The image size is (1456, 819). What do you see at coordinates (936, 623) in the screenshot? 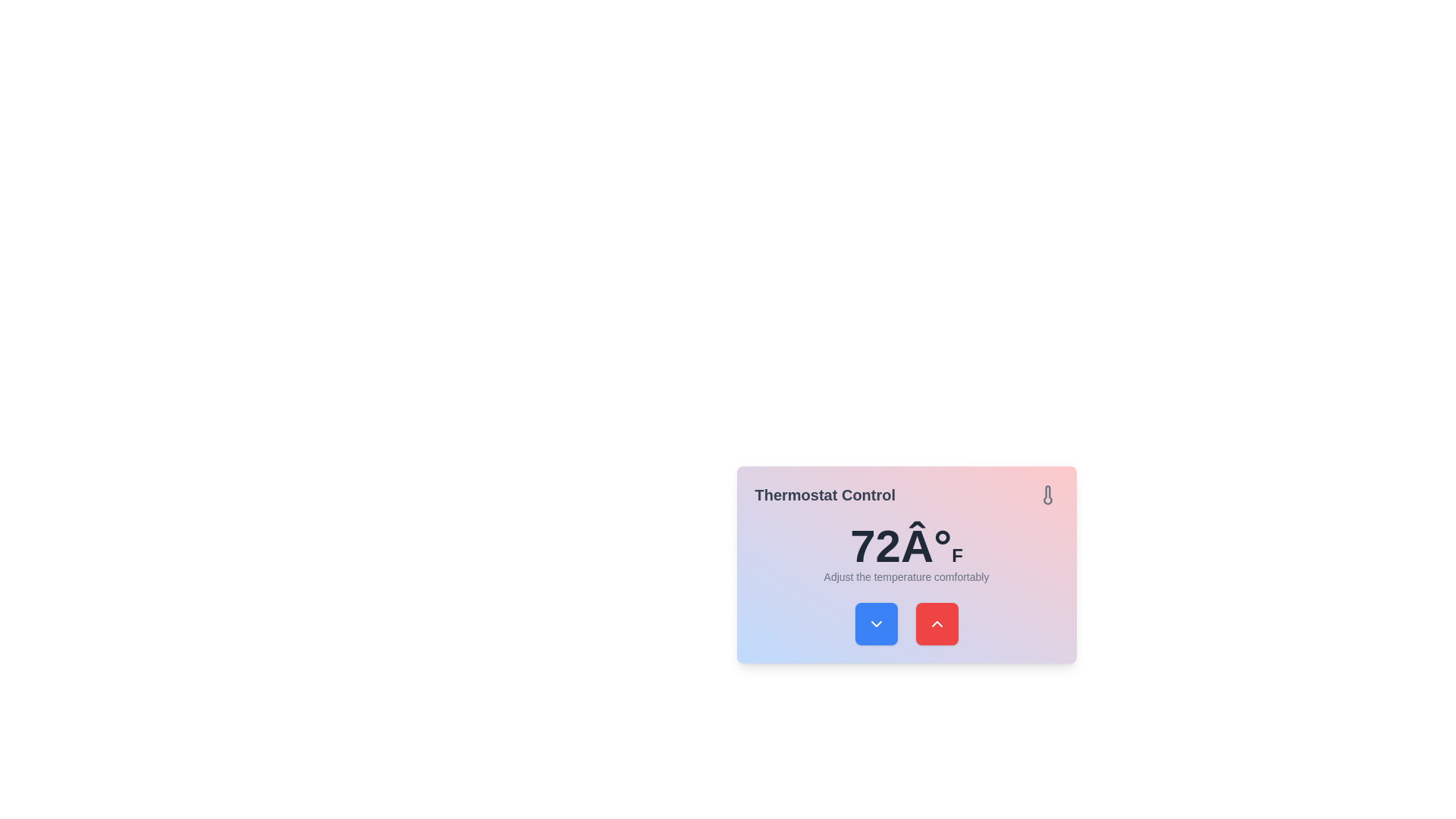
I see `the upward control button contained within the red button located on the right side below the temperature display to observe any effects` at bounding box center [936, 623].